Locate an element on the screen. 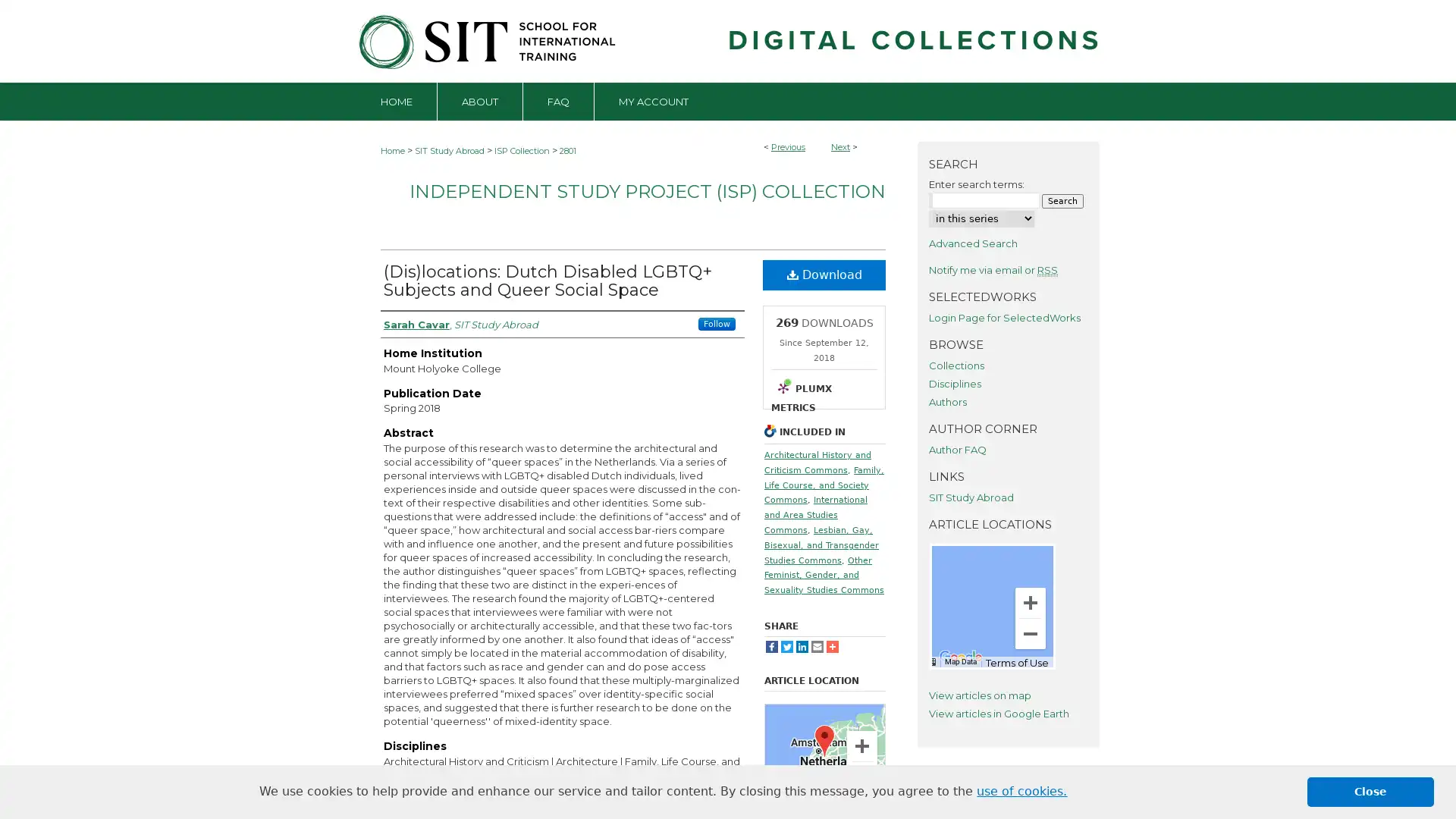 This screenshot has height=819, width=1456. Zoom in is located at coordinates (1030, 601).